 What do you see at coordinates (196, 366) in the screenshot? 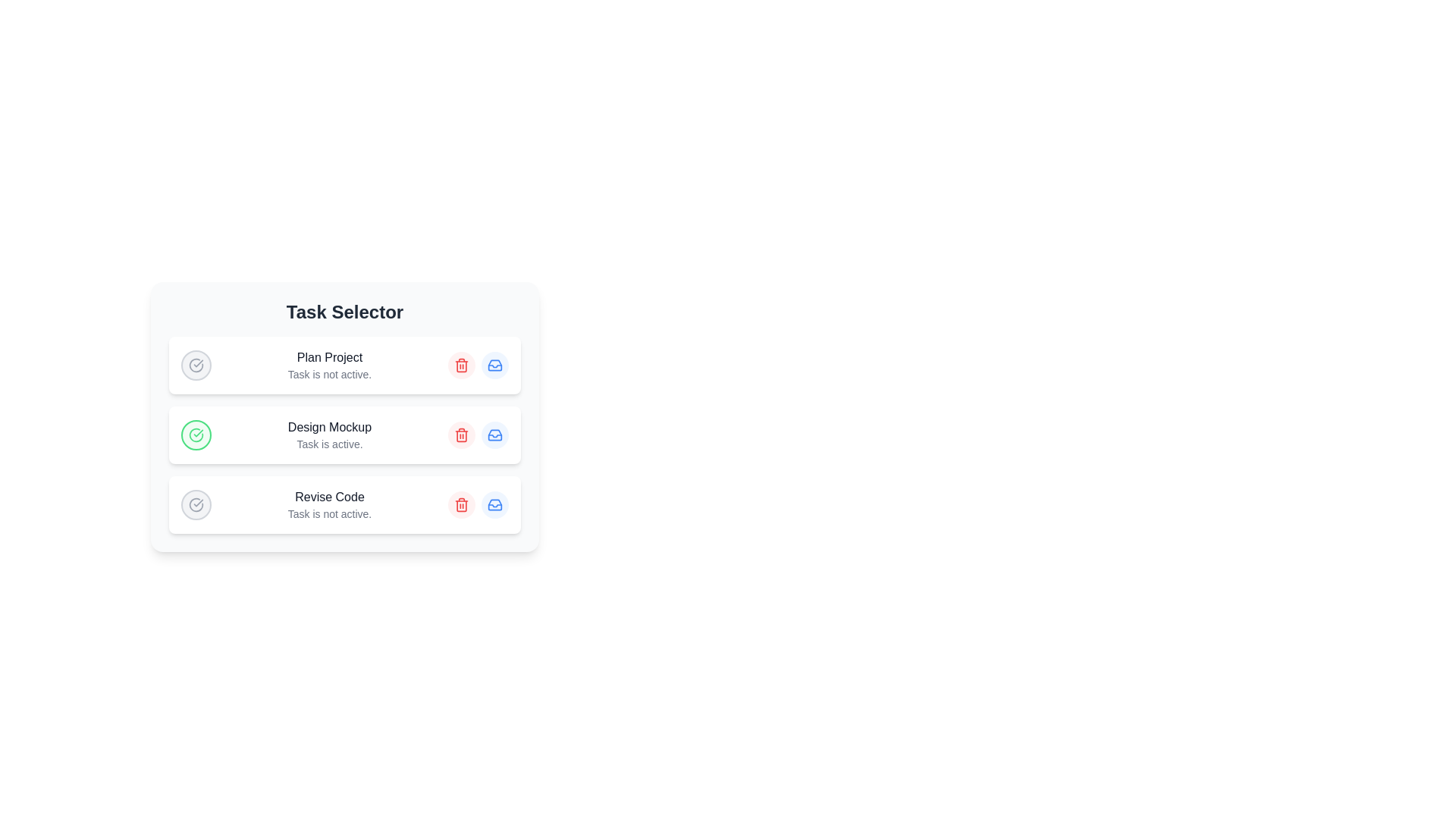
I see `the circular checkmark icon in gray, which is the second icon in the left column of the 'Task Selector' section's second row` at bounding box center [196, 366].